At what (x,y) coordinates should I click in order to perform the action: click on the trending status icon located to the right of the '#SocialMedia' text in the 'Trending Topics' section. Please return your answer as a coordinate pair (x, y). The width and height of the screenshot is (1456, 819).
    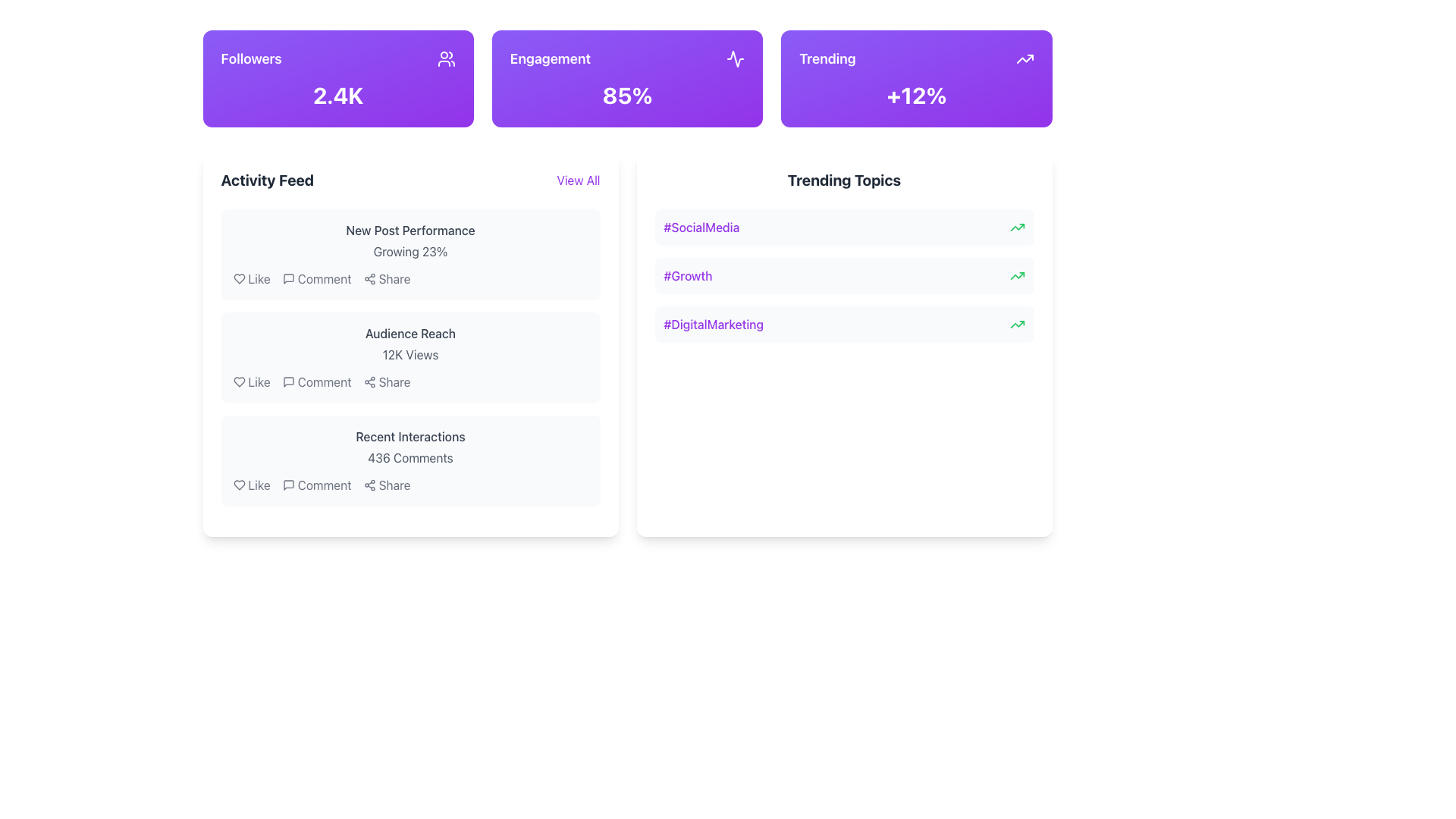
    Looking at the image, I should click on (1017, 227).